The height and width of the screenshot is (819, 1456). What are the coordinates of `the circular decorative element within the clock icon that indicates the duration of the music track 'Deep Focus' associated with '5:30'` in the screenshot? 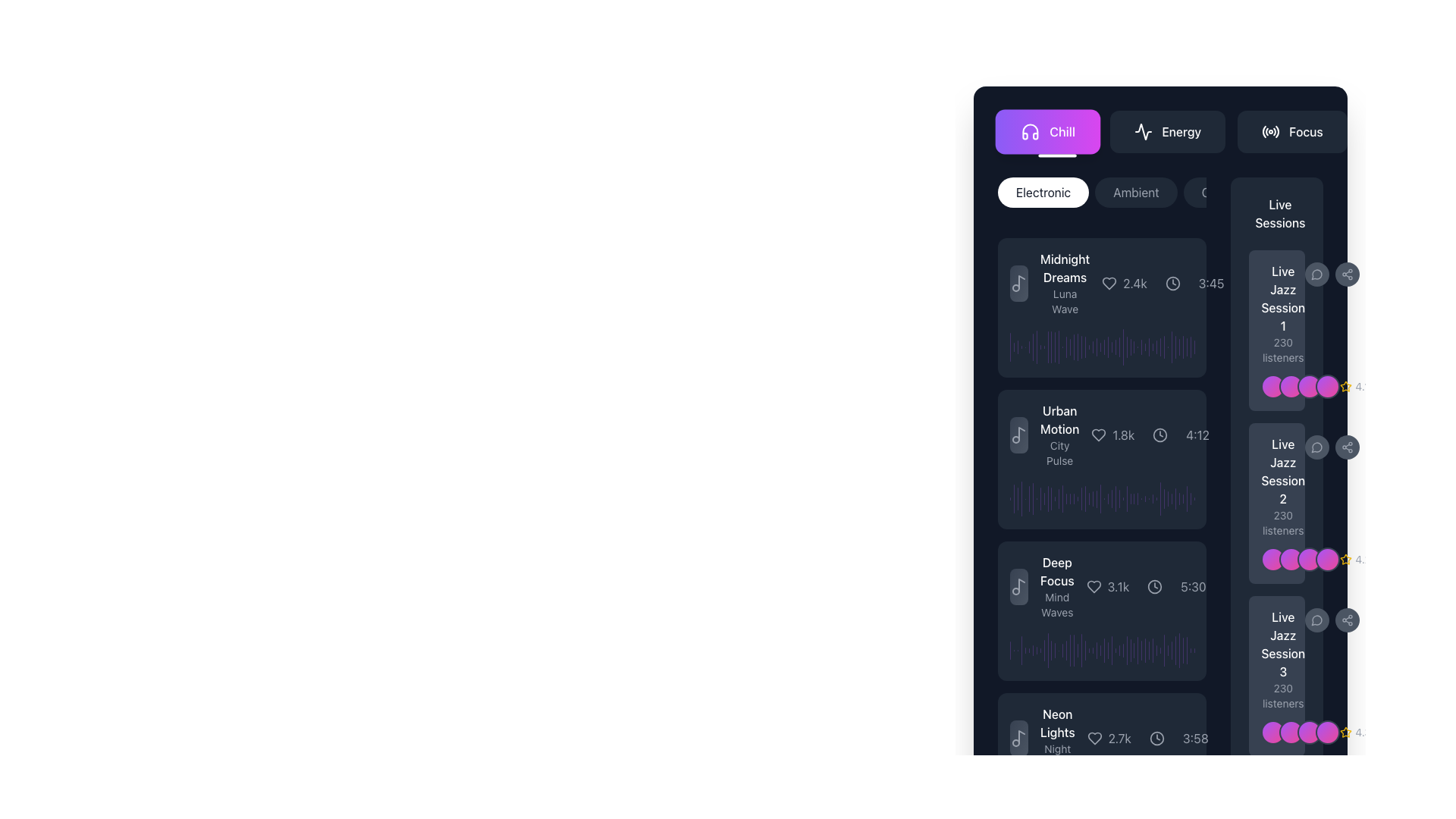 It's located at (1154, 586).